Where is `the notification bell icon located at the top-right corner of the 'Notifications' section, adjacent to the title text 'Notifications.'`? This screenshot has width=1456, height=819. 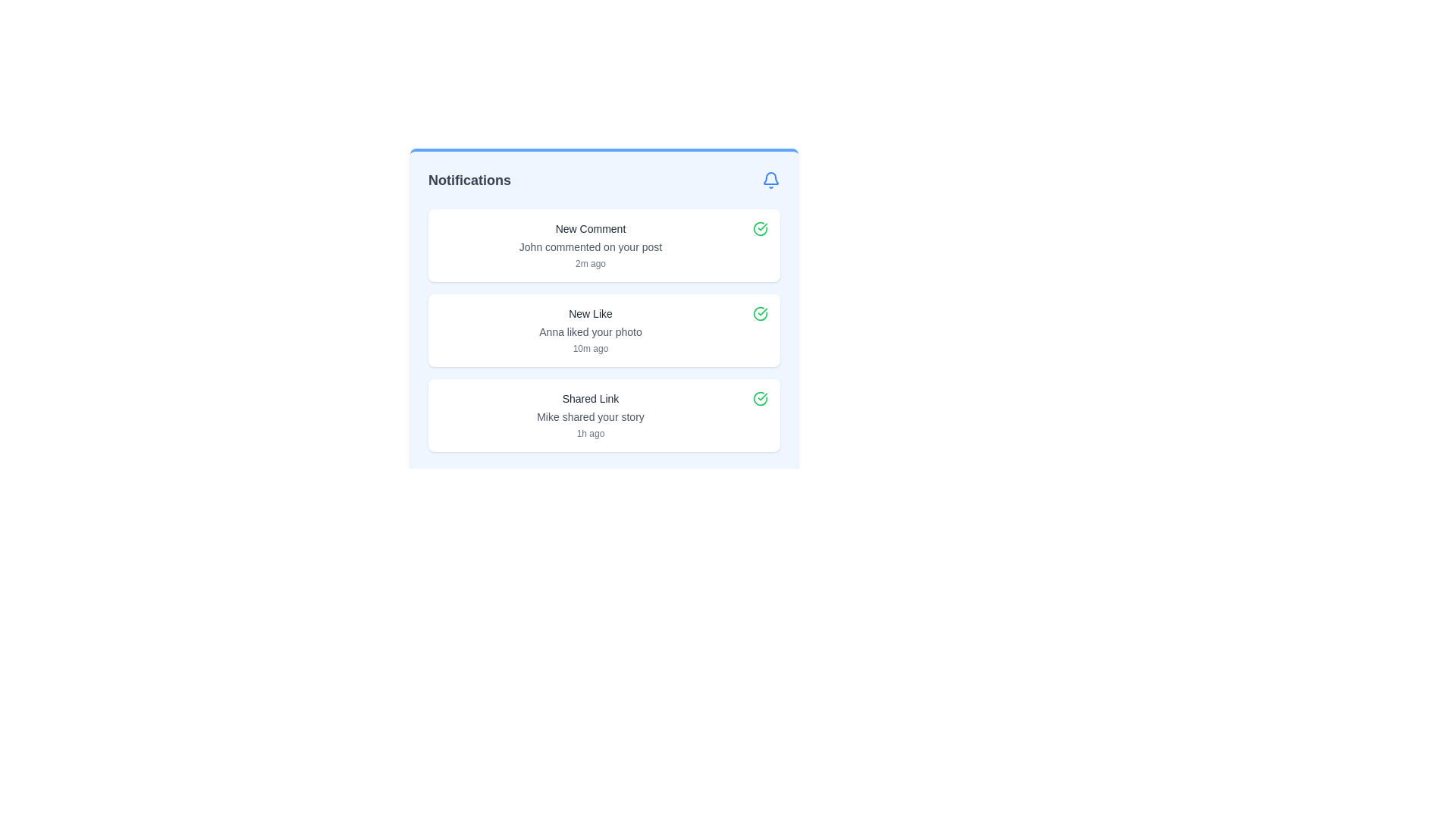 the notification bell icon located at the top-right corner of the 'Notifications' section, adjacent to the title text 'Notifications.' is located at coordinates (771, 180).